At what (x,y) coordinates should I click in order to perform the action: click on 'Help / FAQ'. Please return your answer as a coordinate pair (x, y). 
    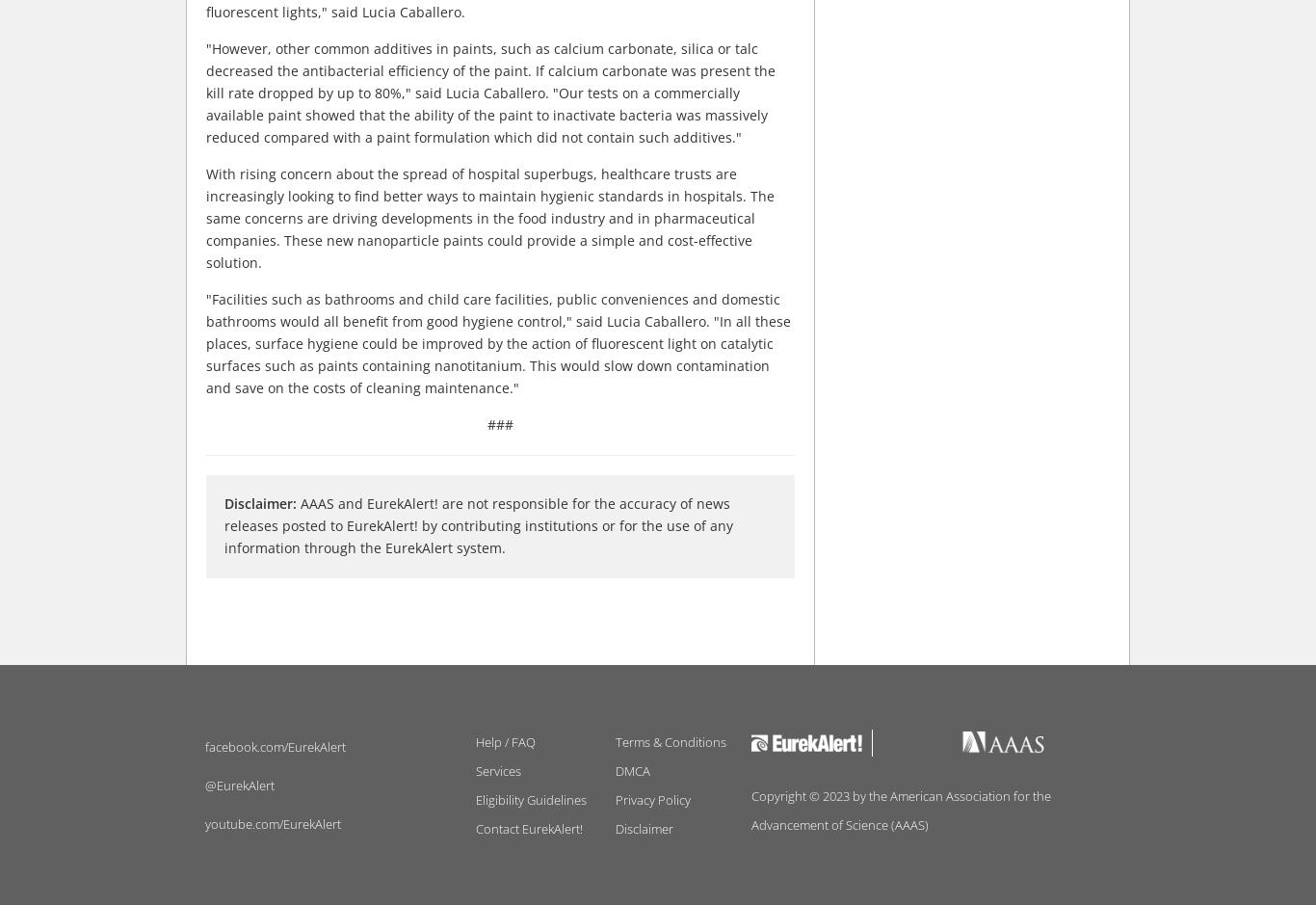
    Looking at the image, I should click on (504, 740).